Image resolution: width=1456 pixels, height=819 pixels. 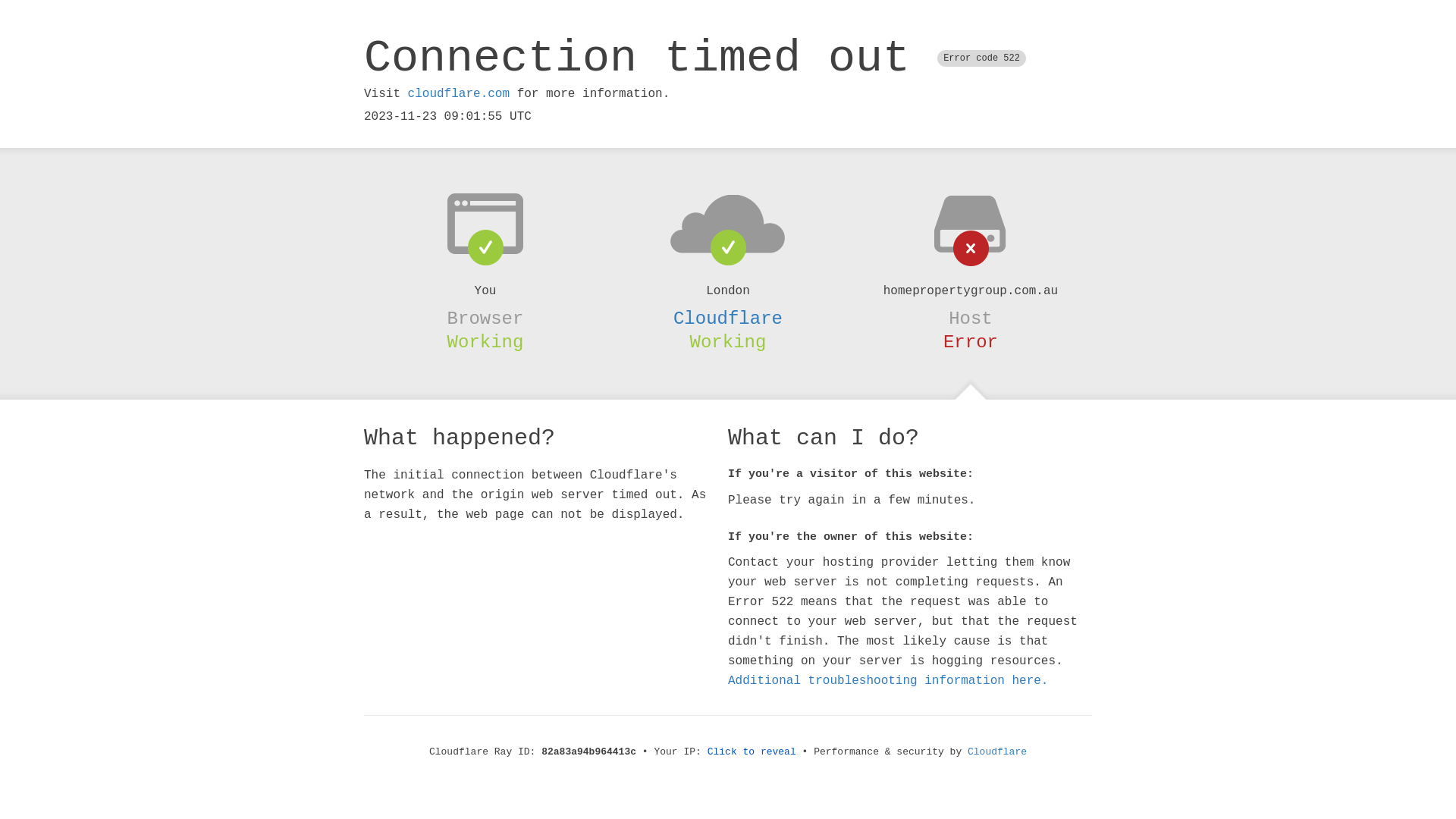 I want to click on 'Additional troubleshooting information here.', so click(x=888, y=680).